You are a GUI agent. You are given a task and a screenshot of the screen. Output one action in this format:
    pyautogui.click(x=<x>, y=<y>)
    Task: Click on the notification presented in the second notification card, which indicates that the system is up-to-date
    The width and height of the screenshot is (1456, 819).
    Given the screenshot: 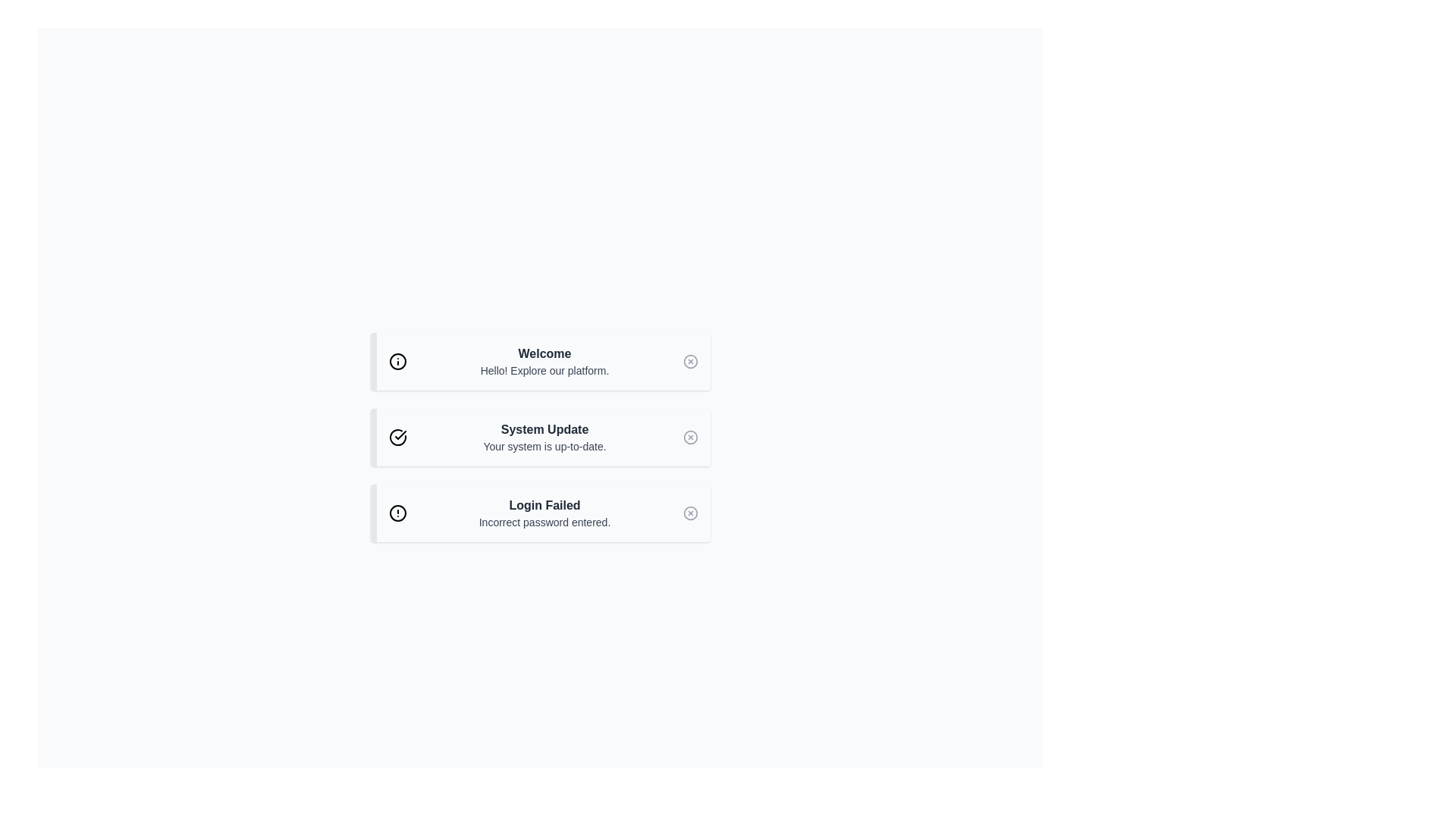 What is the action you would take?
    pyautogui.click(x=540, y=438)
    